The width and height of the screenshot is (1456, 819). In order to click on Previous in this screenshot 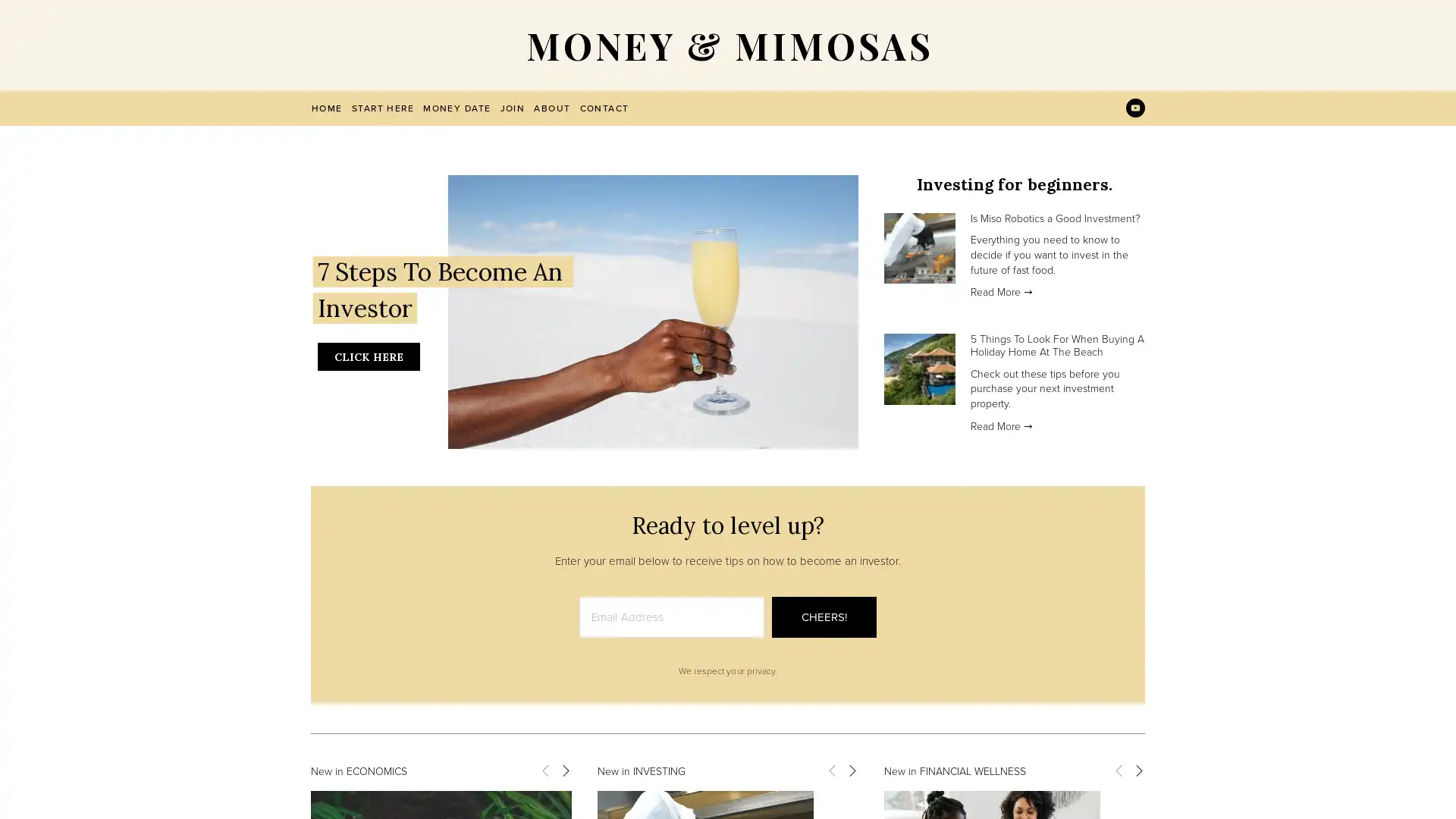, I will do `click(831, 769)`.